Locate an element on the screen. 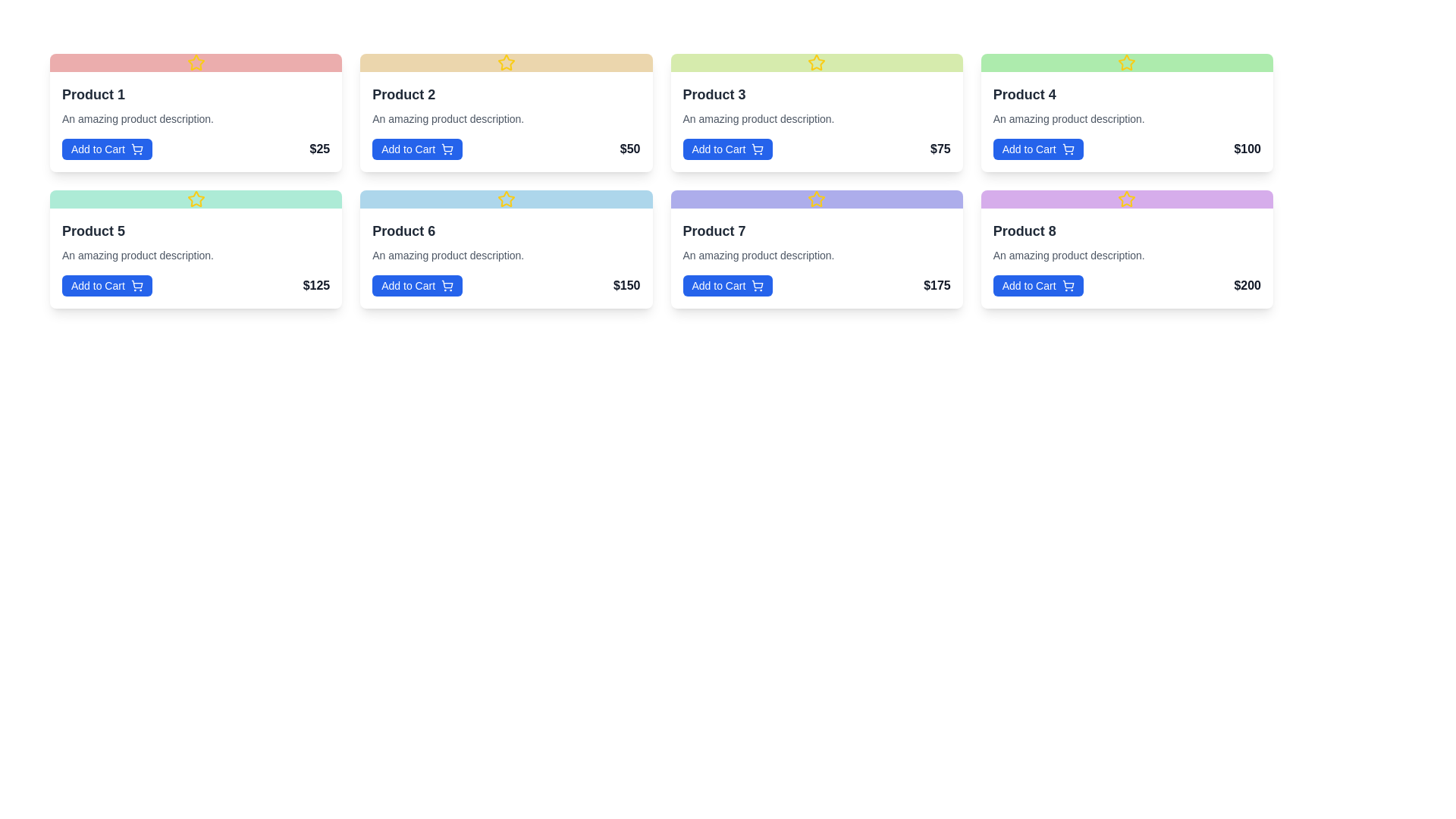 Image resolution: width=1456 pixels, height=819 pixels. the decorative shopping cart icon within the 'Add to Cart' button for 'Product 4', located in the bottom right corner of the product card is located at coordinates (1067, 148).